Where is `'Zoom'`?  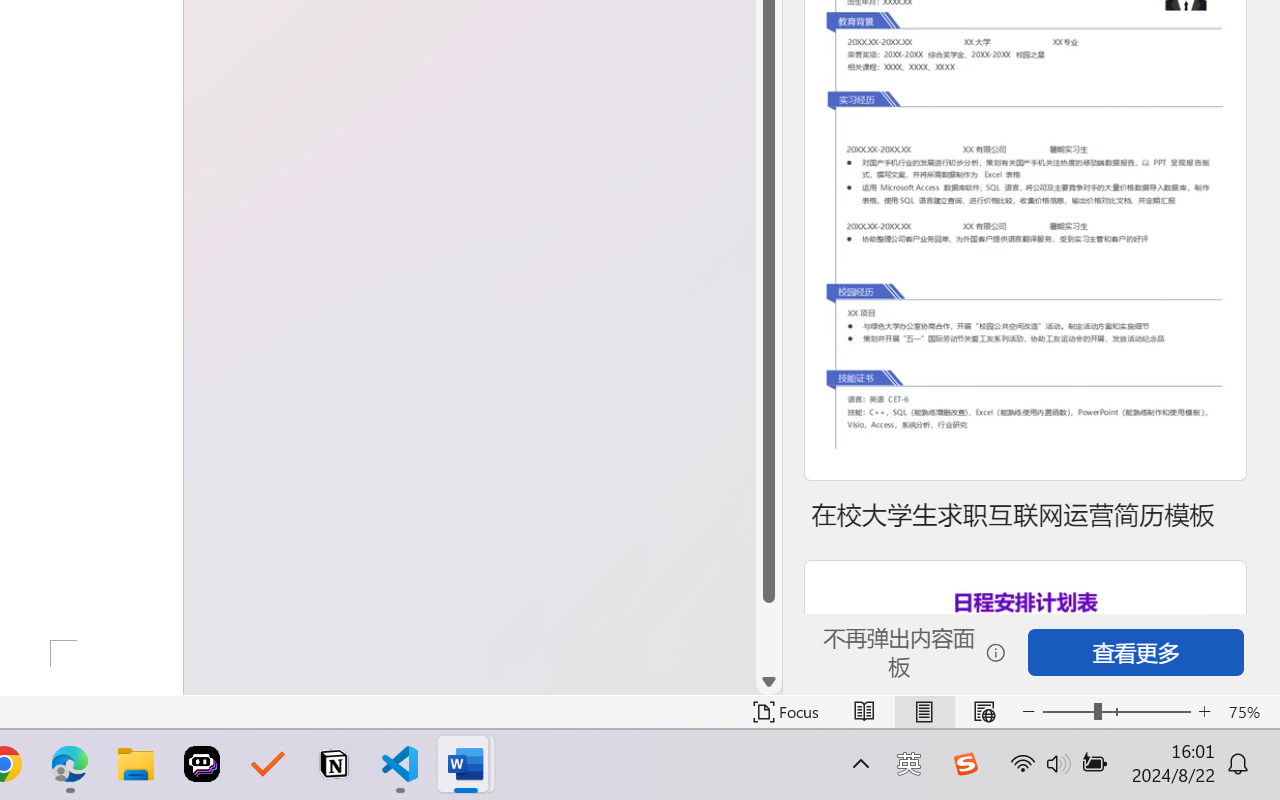
'Zoom' is located at coordinates (1115, 711).